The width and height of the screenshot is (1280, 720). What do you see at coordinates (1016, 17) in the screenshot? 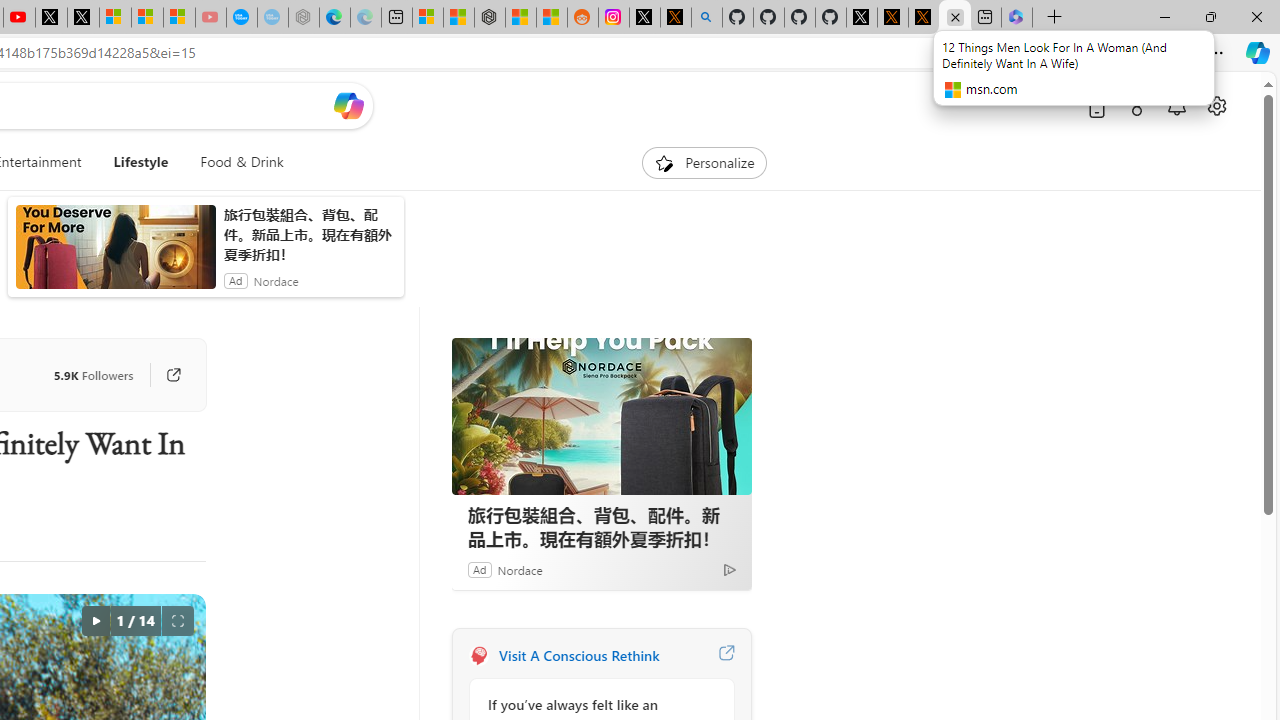
I see `'Login | Microsoft 365'` at bounding box center [1016, 17].